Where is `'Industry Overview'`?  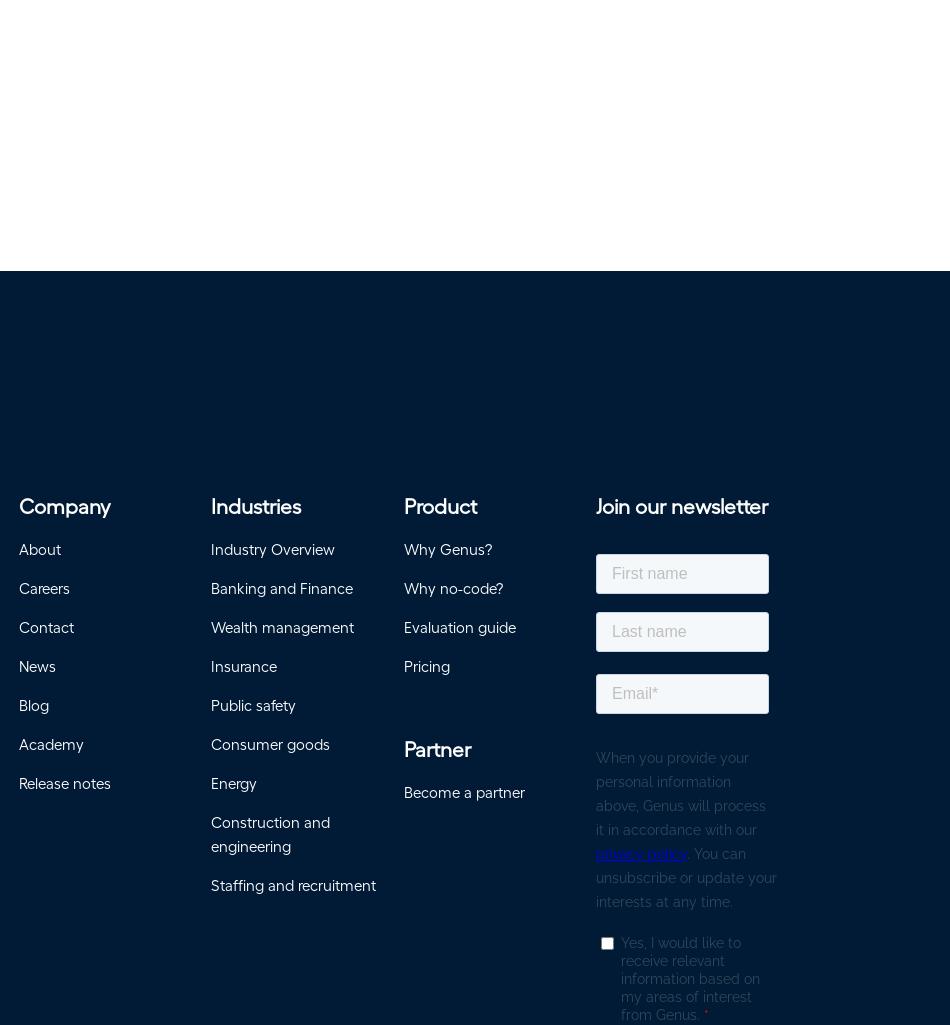 'Industry Overview' is located at coordinates (272, 554).